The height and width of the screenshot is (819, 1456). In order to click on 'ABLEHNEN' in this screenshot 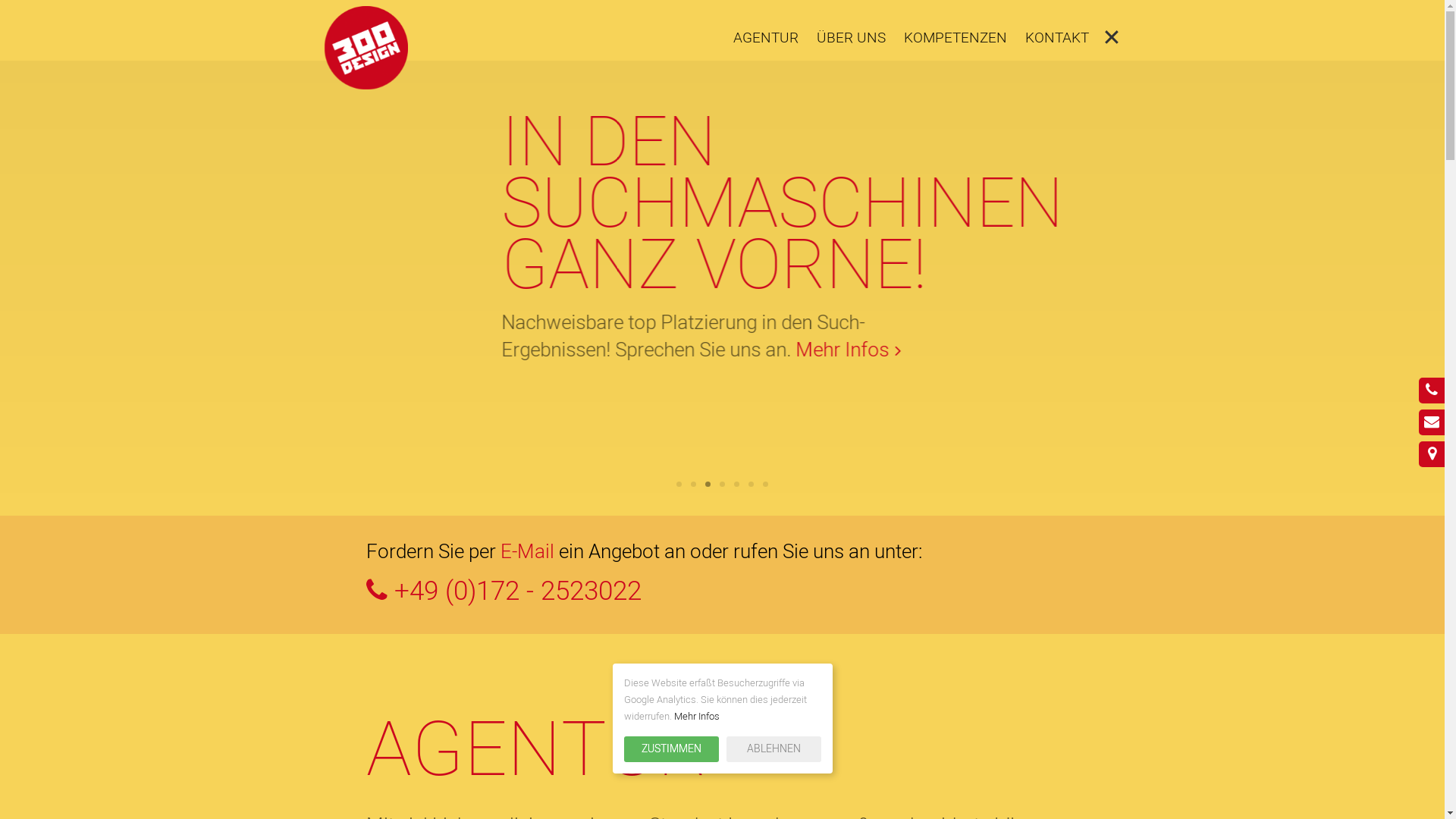, I will do `click(773, 748)`.